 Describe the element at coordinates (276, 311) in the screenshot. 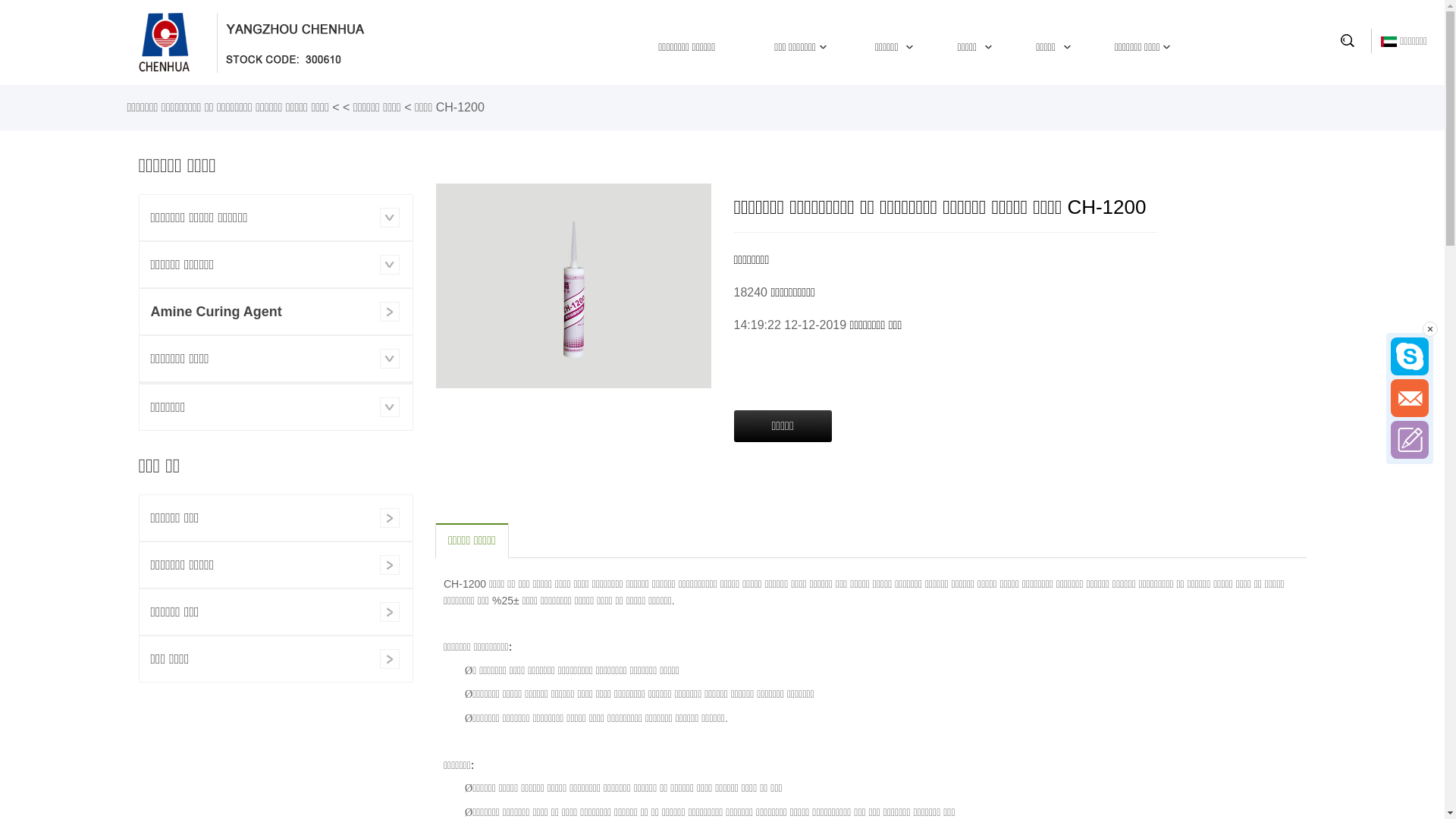

I see `'Amine Curing Agent'` at that location.